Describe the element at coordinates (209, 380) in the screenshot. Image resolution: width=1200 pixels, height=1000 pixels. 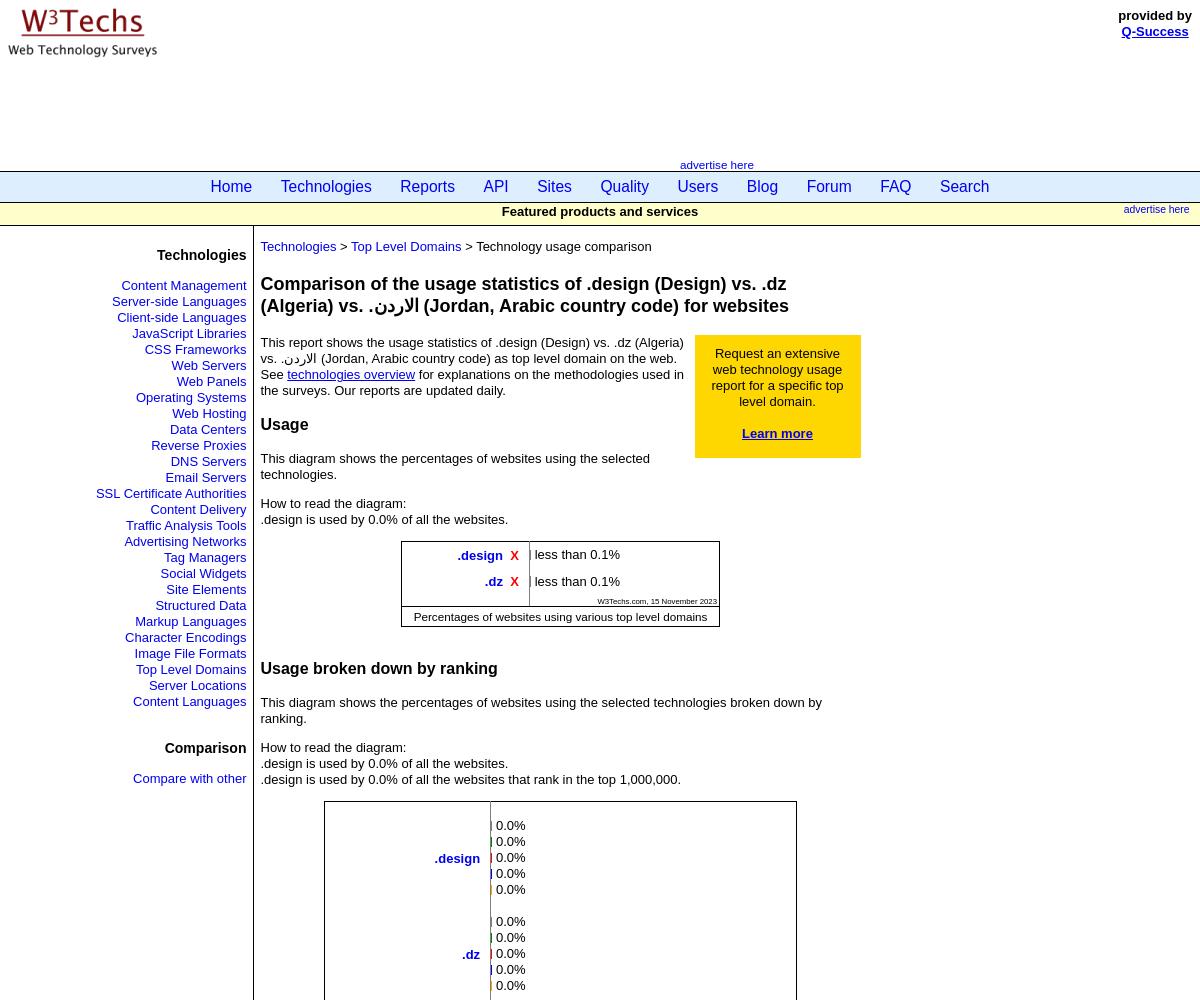
I see `'Web Panels'` at that location.